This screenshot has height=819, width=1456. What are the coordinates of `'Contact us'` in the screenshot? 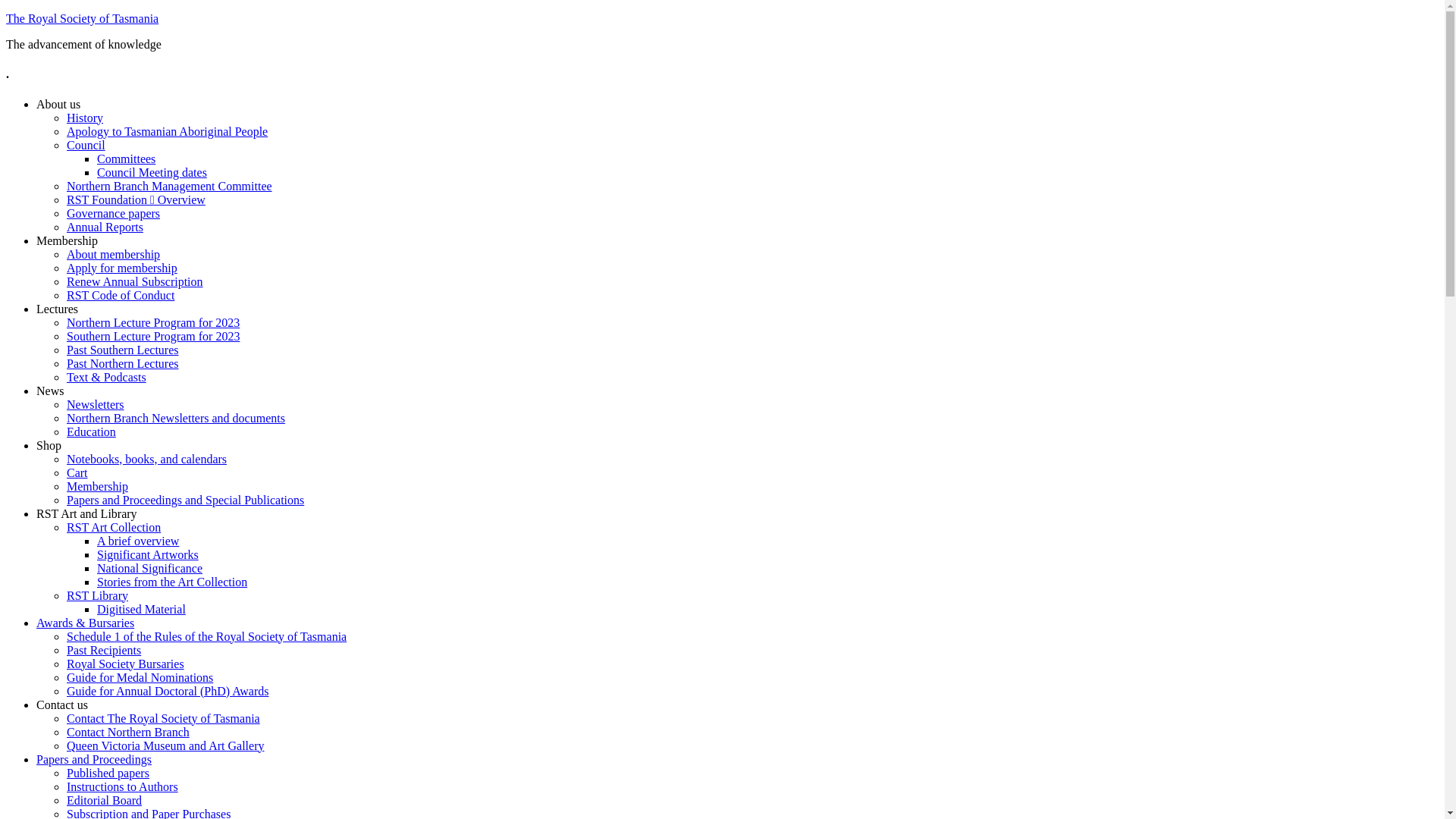 It's located at (61, 704).